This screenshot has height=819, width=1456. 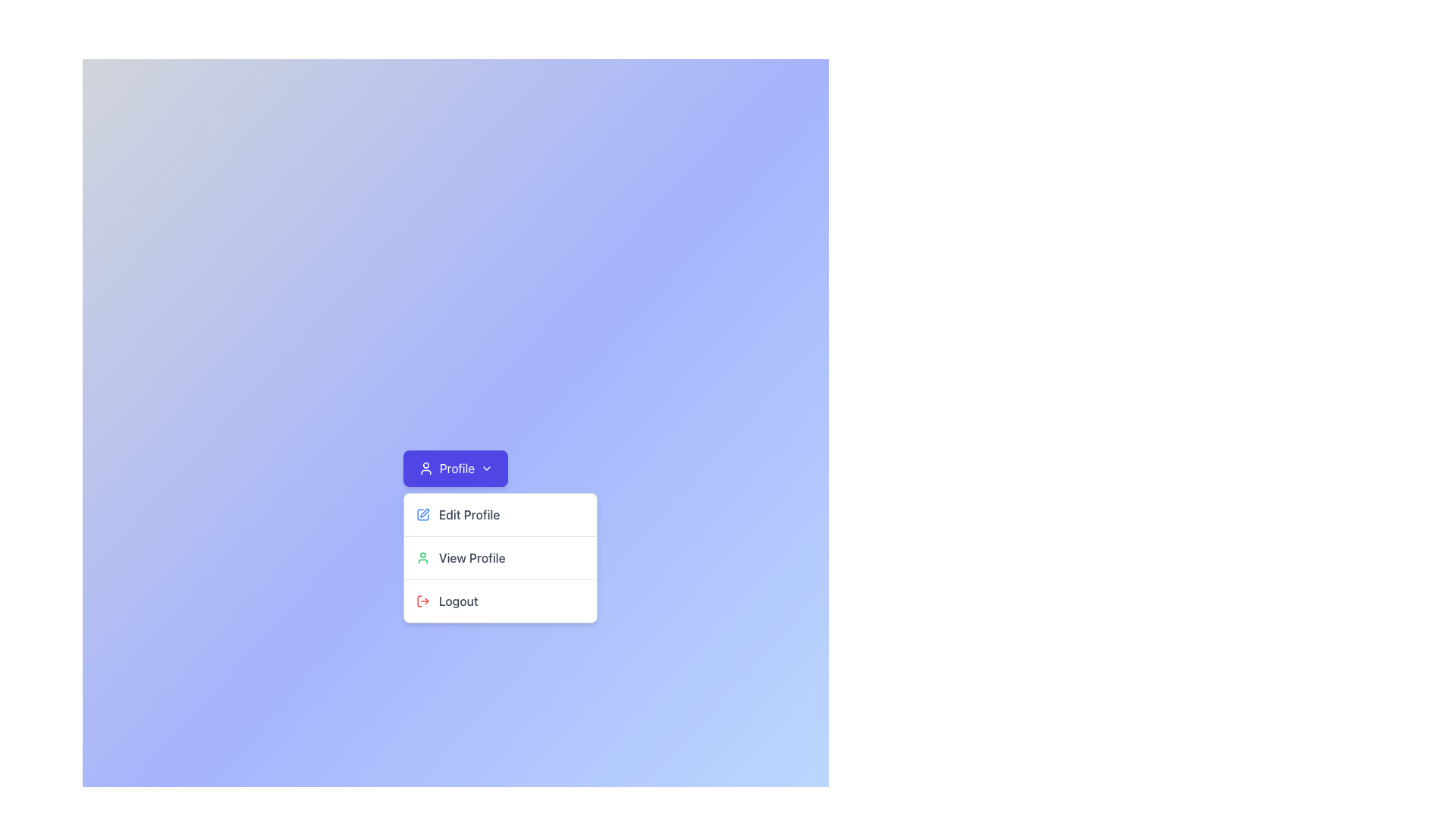 I want to click on the 'Logout' menu item, which is the third option in the dropdown menu, featuring a red logout icon and white background, to initiate logout, so click(x=500, y=600).